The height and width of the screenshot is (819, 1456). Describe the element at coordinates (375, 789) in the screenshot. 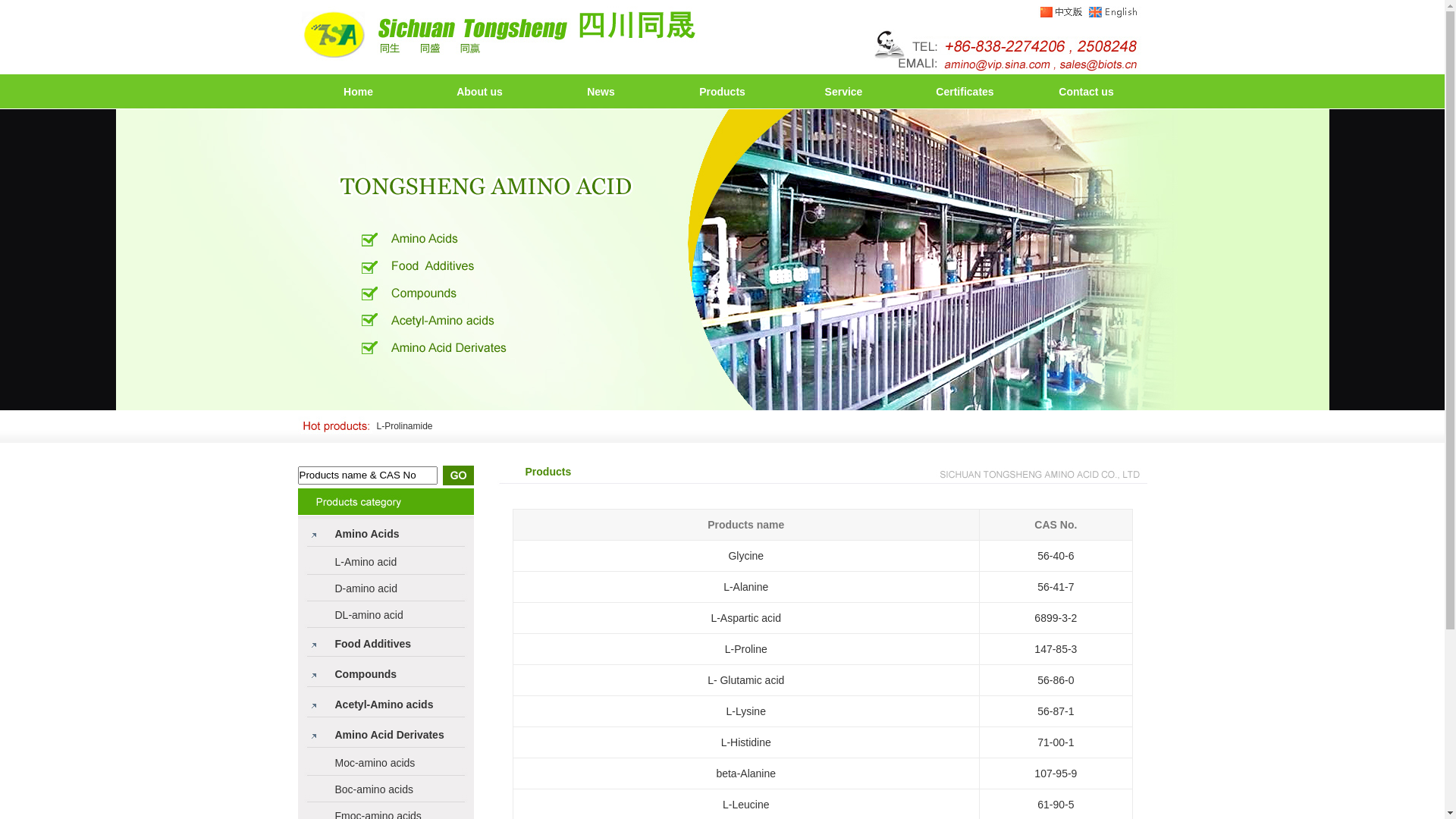

I see `'Boc-amino acids'` at that location.